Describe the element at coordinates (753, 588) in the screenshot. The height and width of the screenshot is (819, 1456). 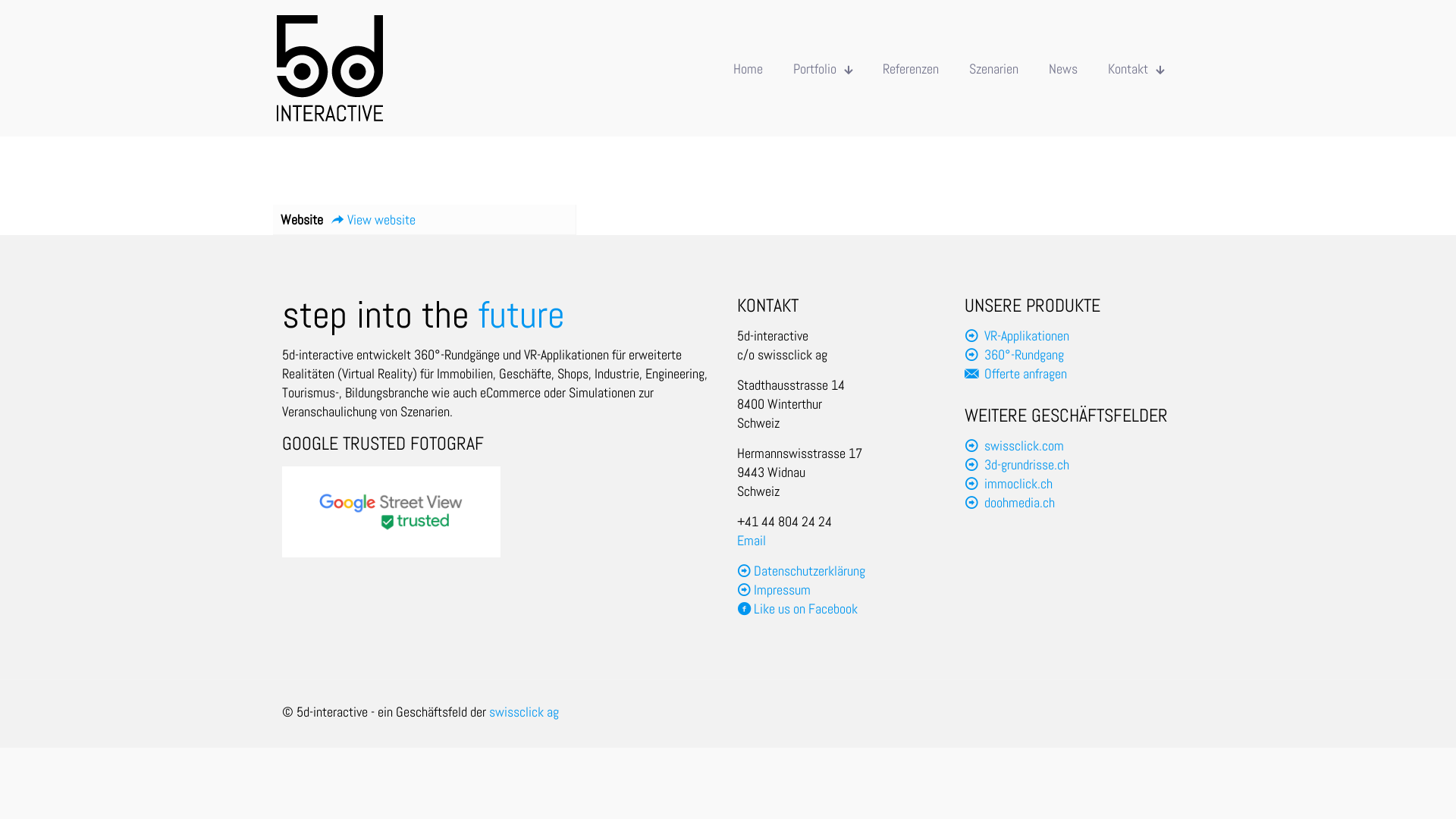
I see `'Impressum'` at that location.